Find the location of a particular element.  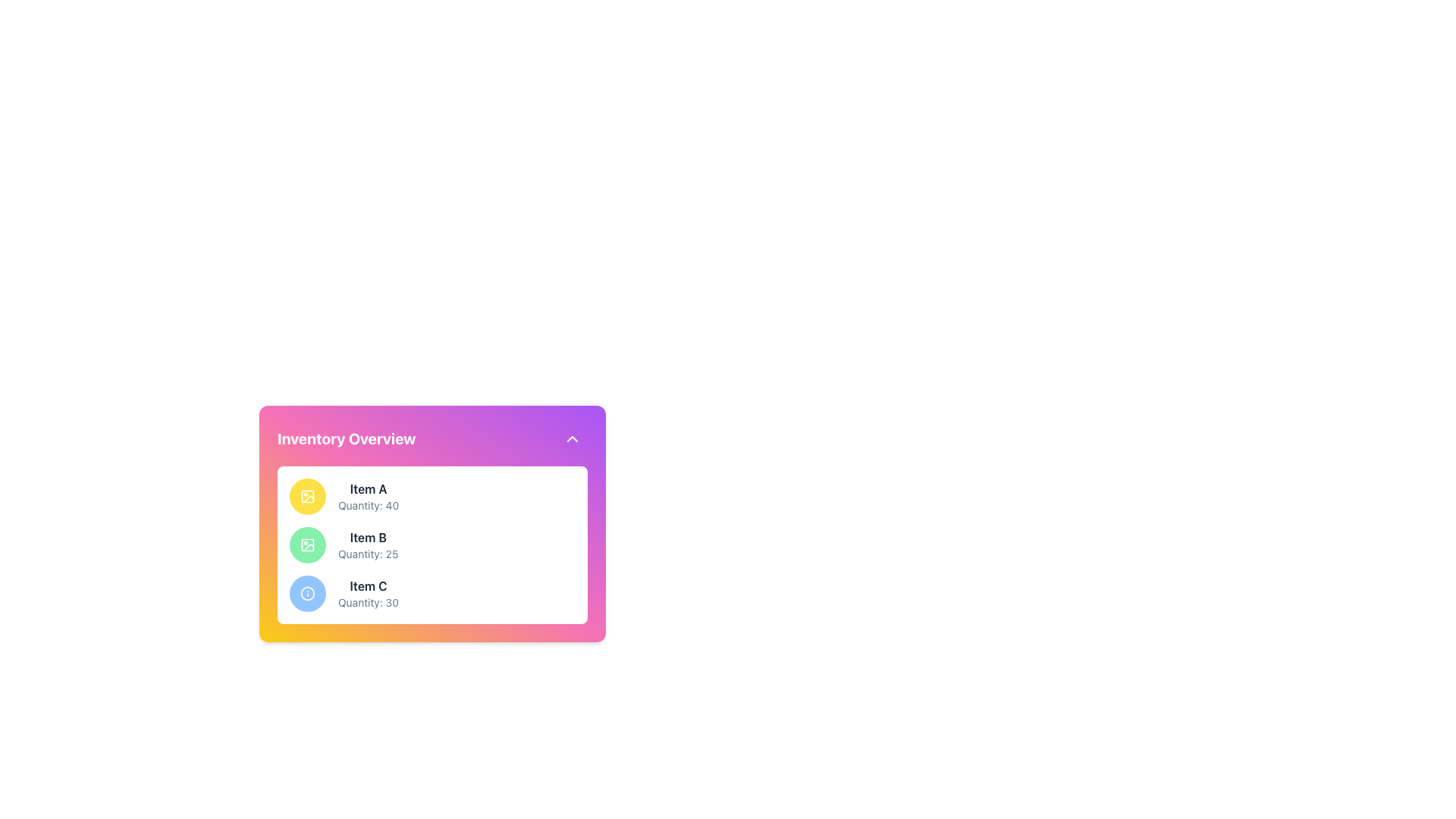

the static text label displaying 'Quantity: 30', which is located below 'Item C' in the vertical list of items is located at coordinates (368, 601).